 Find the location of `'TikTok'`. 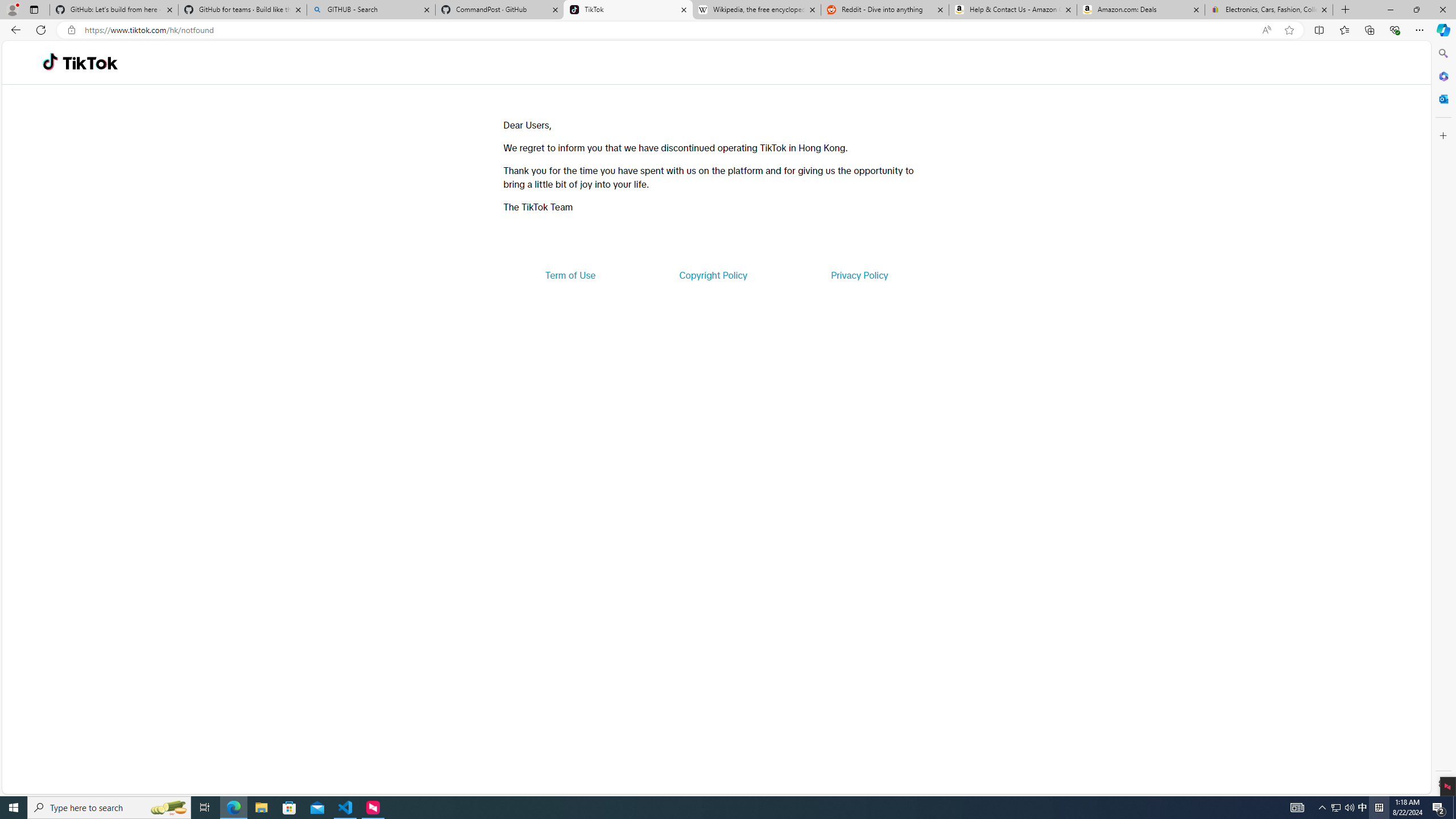

'TikTok' is located at coordinates (90, 63).